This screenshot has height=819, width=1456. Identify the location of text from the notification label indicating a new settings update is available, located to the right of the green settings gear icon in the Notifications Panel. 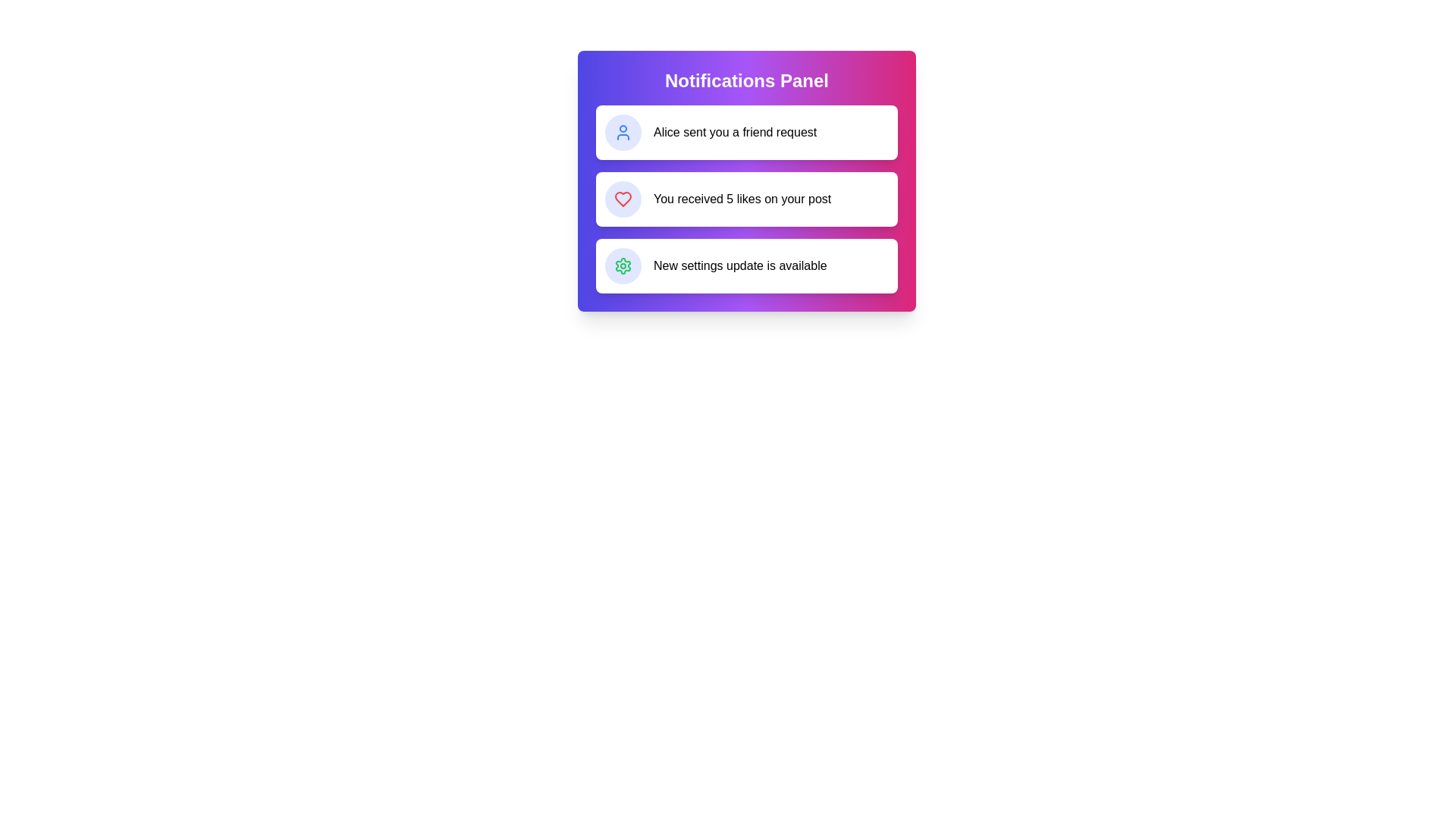
(740, 265).